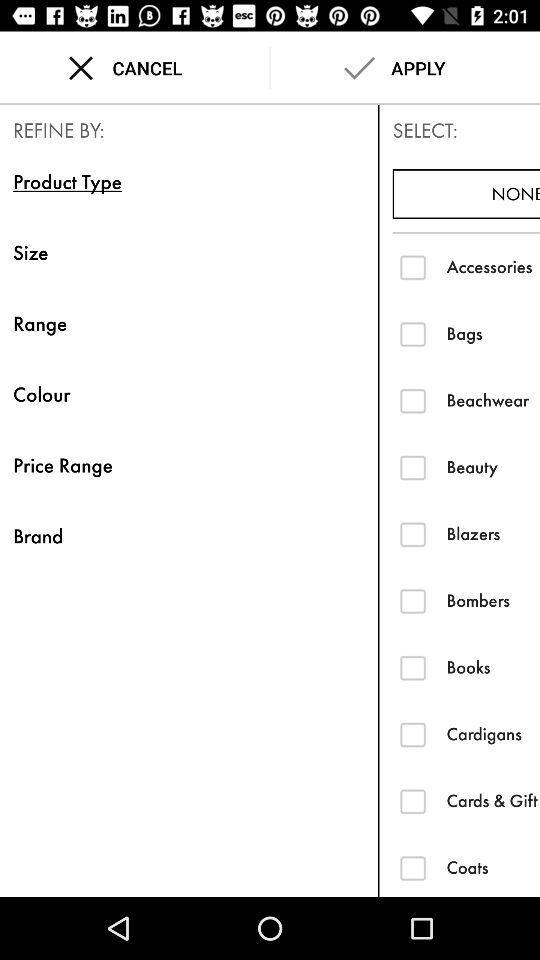 The image size is (540, 960). What do you see at coordinates (412, 399) in the screenshot?
I see `beachwear option checkbox` at bounding box center [412, 399].